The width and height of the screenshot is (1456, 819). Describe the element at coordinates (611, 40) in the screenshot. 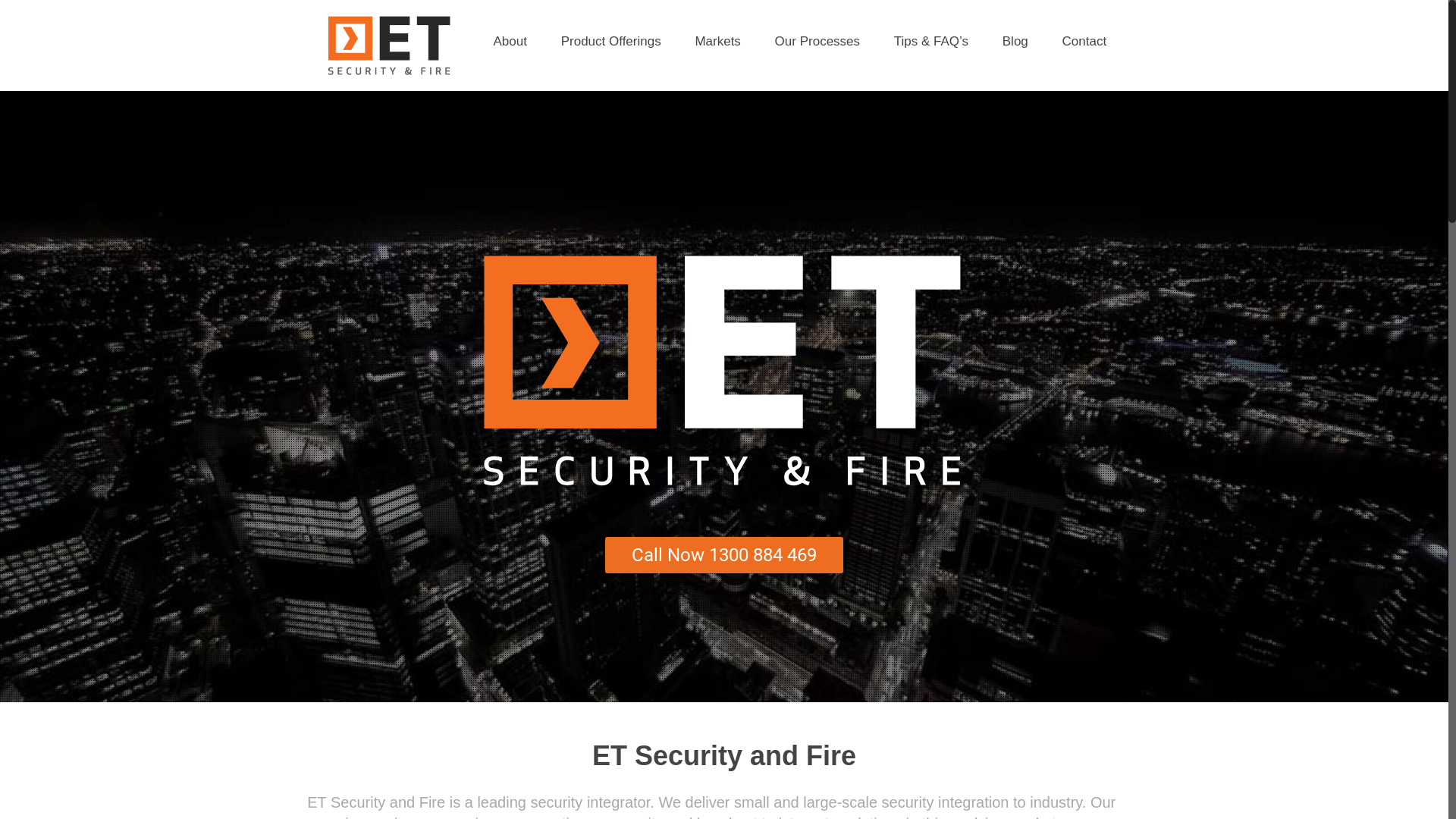

I see `'Product Offerings'` at that location.